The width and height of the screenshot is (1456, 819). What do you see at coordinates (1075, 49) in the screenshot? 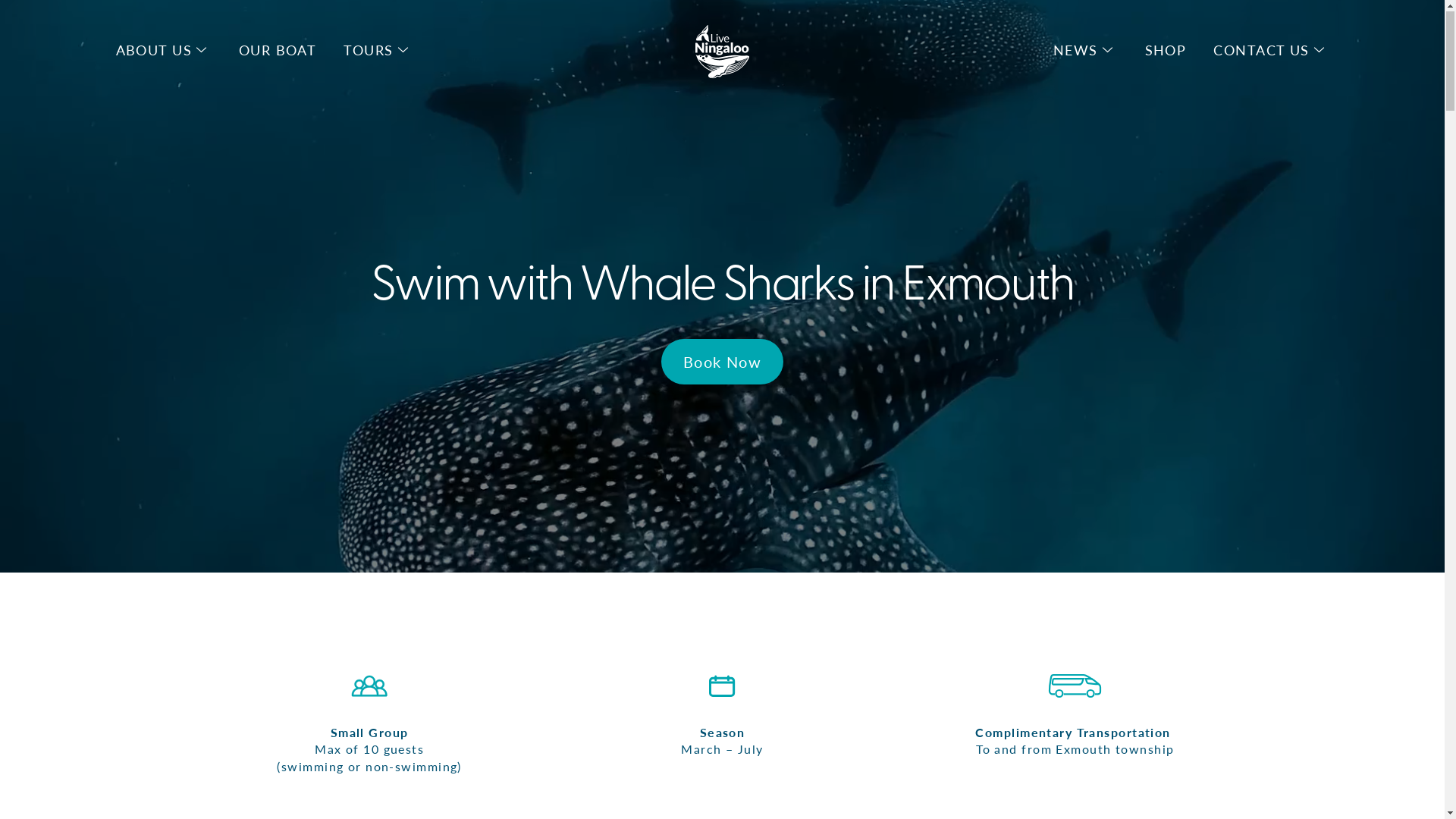
I see `'NEWS'` at bounding box center [1075, 49].